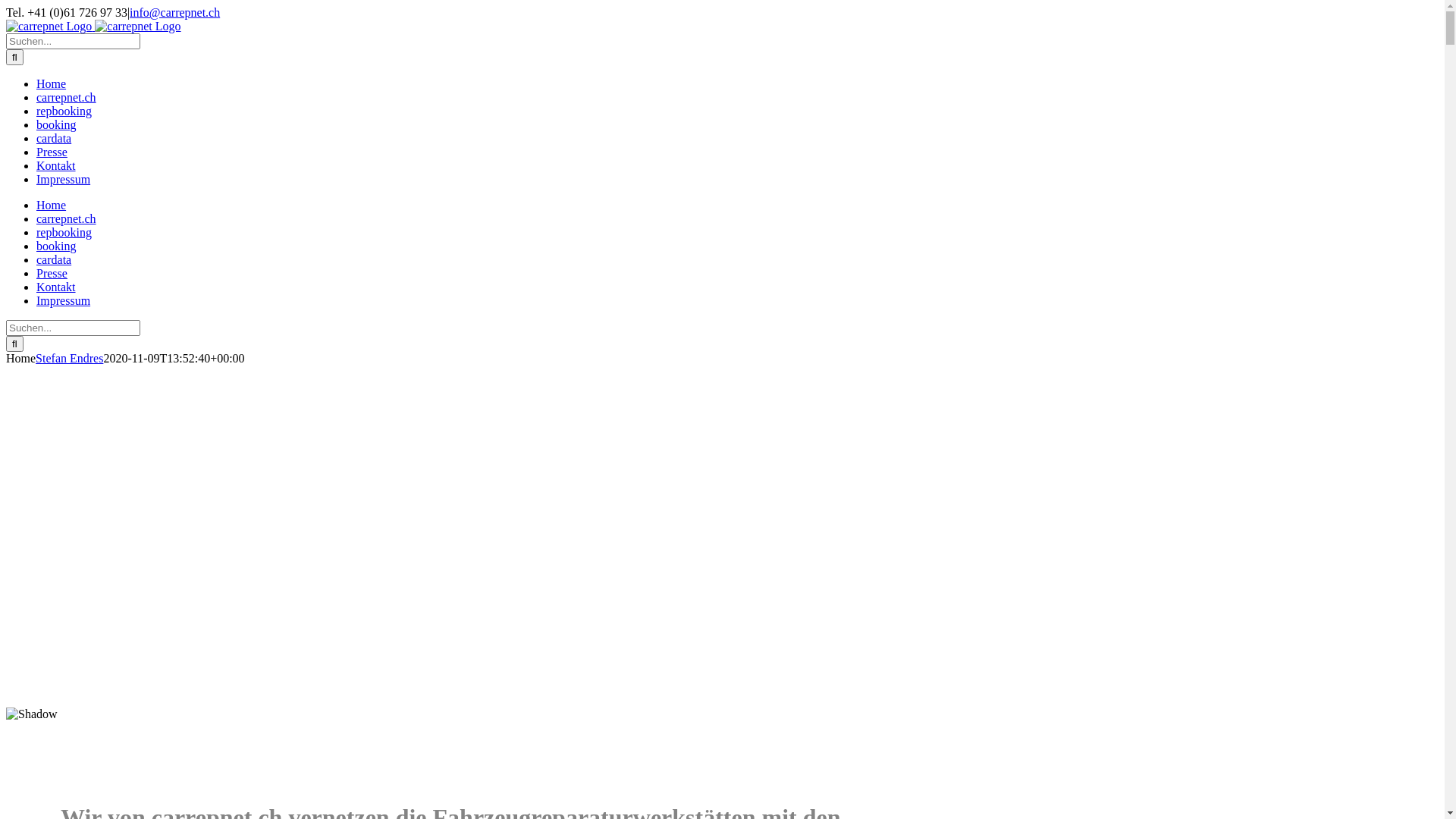  I want to click on 'repbooking', so click(36, 232).